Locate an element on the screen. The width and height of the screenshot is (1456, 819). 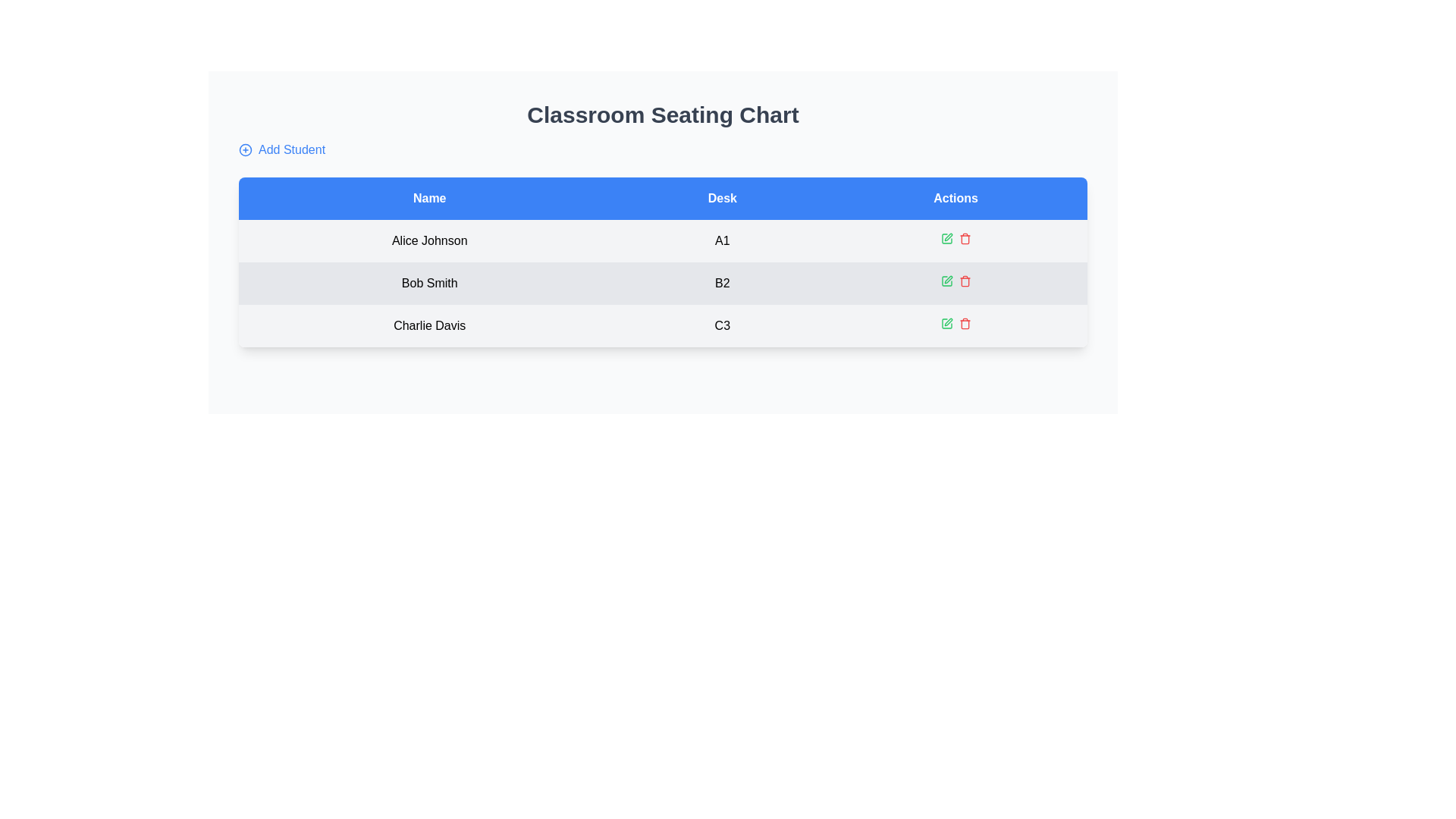
the Header Label that indicates the column for names of individuals in the Classroom Seating Chart table, located at the top-left section of the header row is located at coordinates (428, 198).